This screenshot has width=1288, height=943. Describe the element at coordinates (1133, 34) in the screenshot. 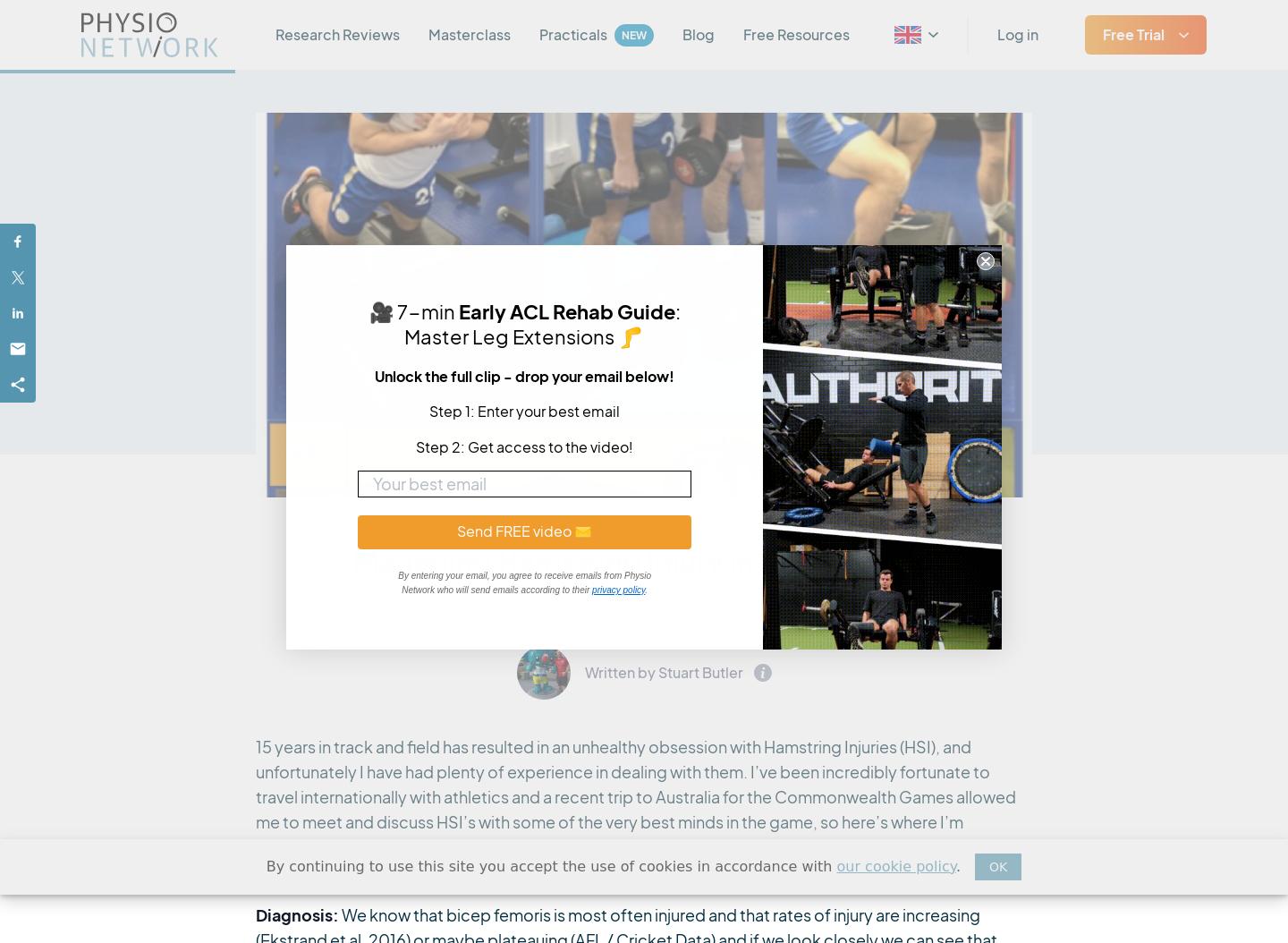

I see `'Free Trial'` at that location.